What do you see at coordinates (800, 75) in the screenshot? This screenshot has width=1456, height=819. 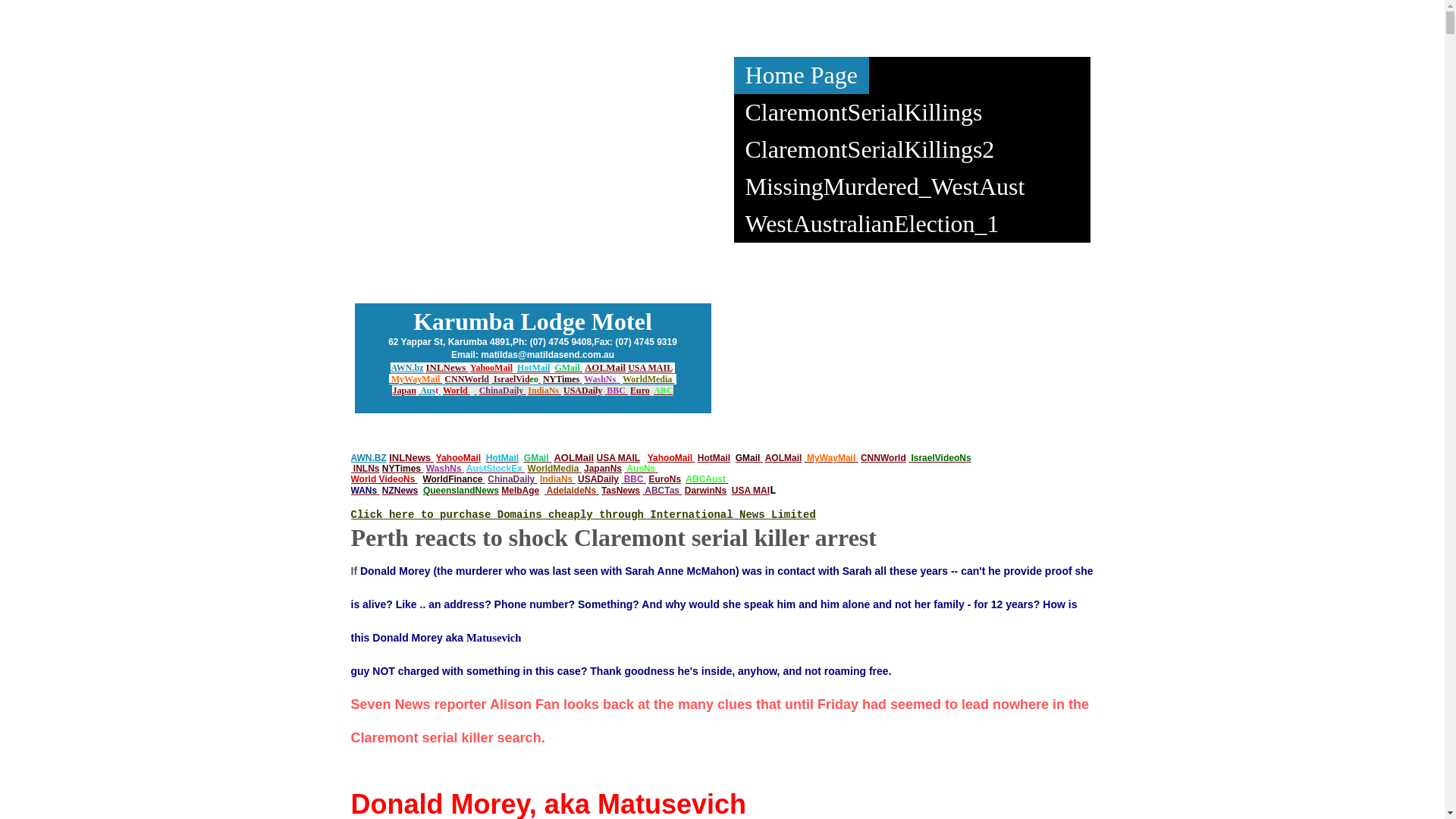 I see `'Home Page'` at bounding box center [800, 75].